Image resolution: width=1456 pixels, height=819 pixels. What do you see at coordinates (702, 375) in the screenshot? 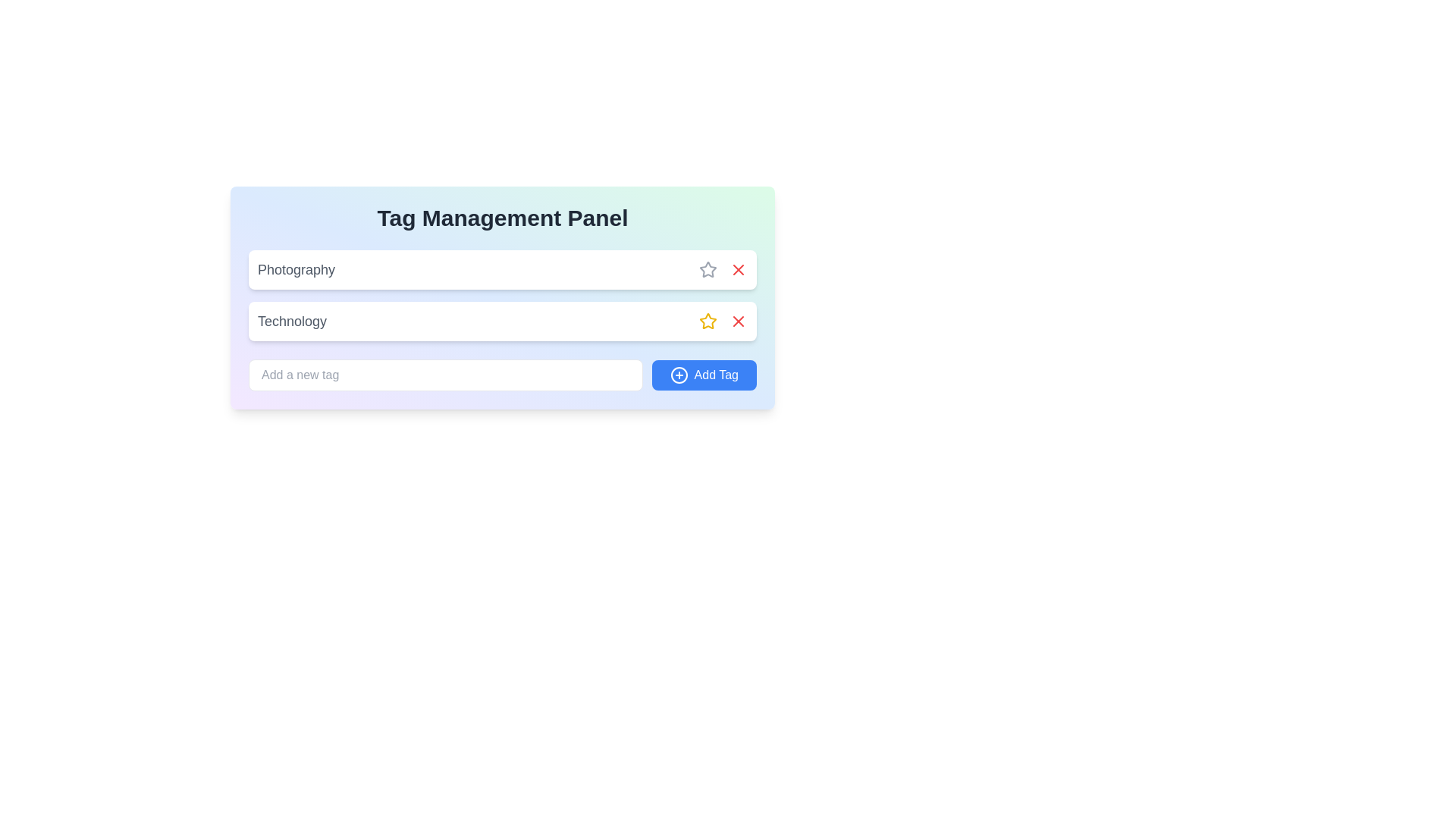
I see `the 'Add Tag' button, which is a rectangular blue button with rounded corners located at the bottom-right of the 'Tag Management Panel'` at bounding box center [702, 375].